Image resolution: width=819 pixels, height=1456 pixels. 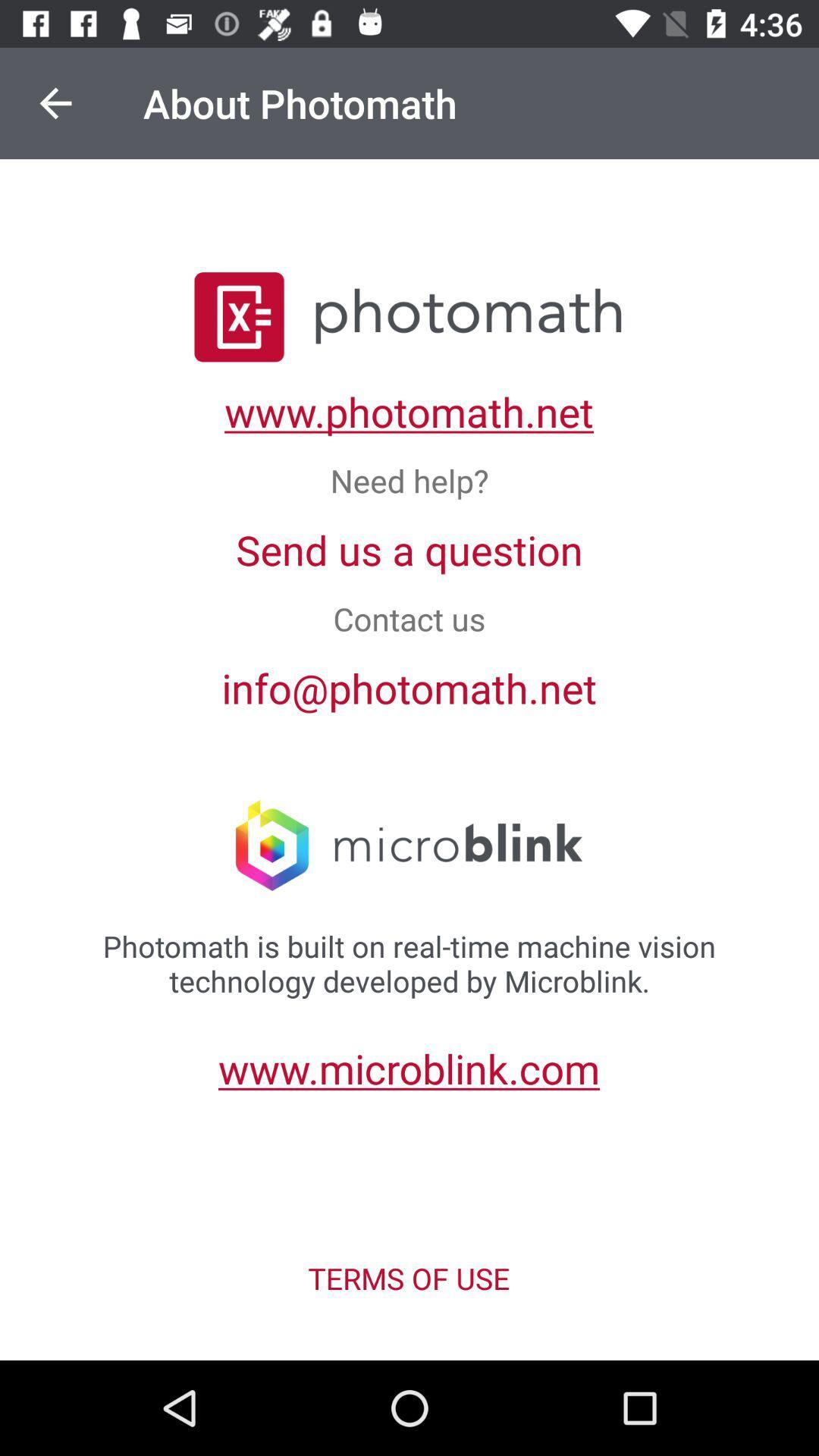 What do you see at coordinates (408, 1277) in the screenshot?
I see `terms of use item` at bounding box center [408, 1277].